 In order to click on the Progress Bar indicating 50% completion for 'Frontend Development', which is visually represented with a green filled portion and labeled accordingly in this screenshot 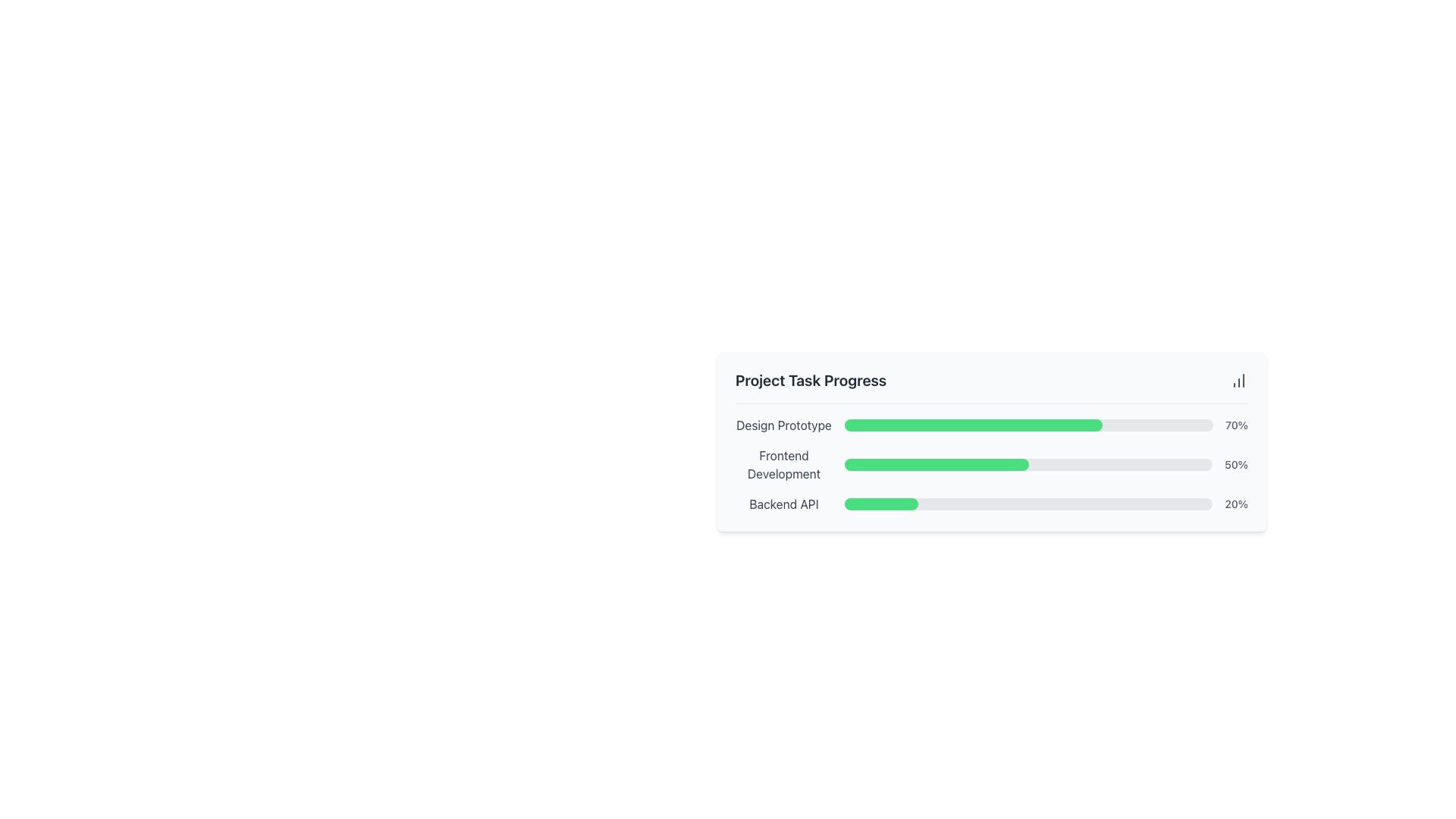, I will do `click(992, 464)`.